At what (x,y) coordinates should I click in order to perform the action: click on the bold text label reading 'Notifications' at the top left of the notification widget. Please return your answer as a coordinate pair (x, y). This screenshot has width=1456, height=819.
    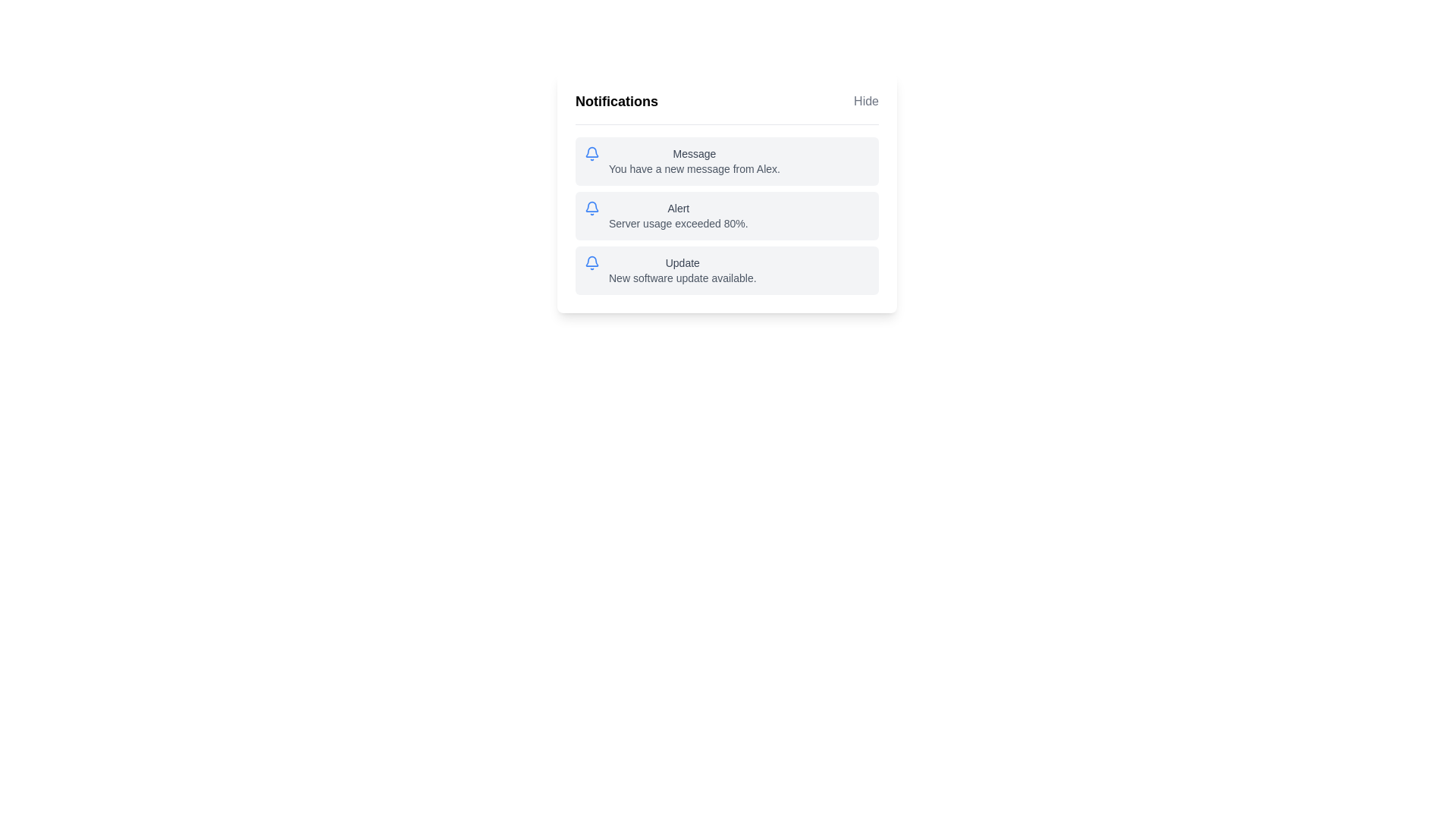
    Looking at the image, I should click on (617, 102).